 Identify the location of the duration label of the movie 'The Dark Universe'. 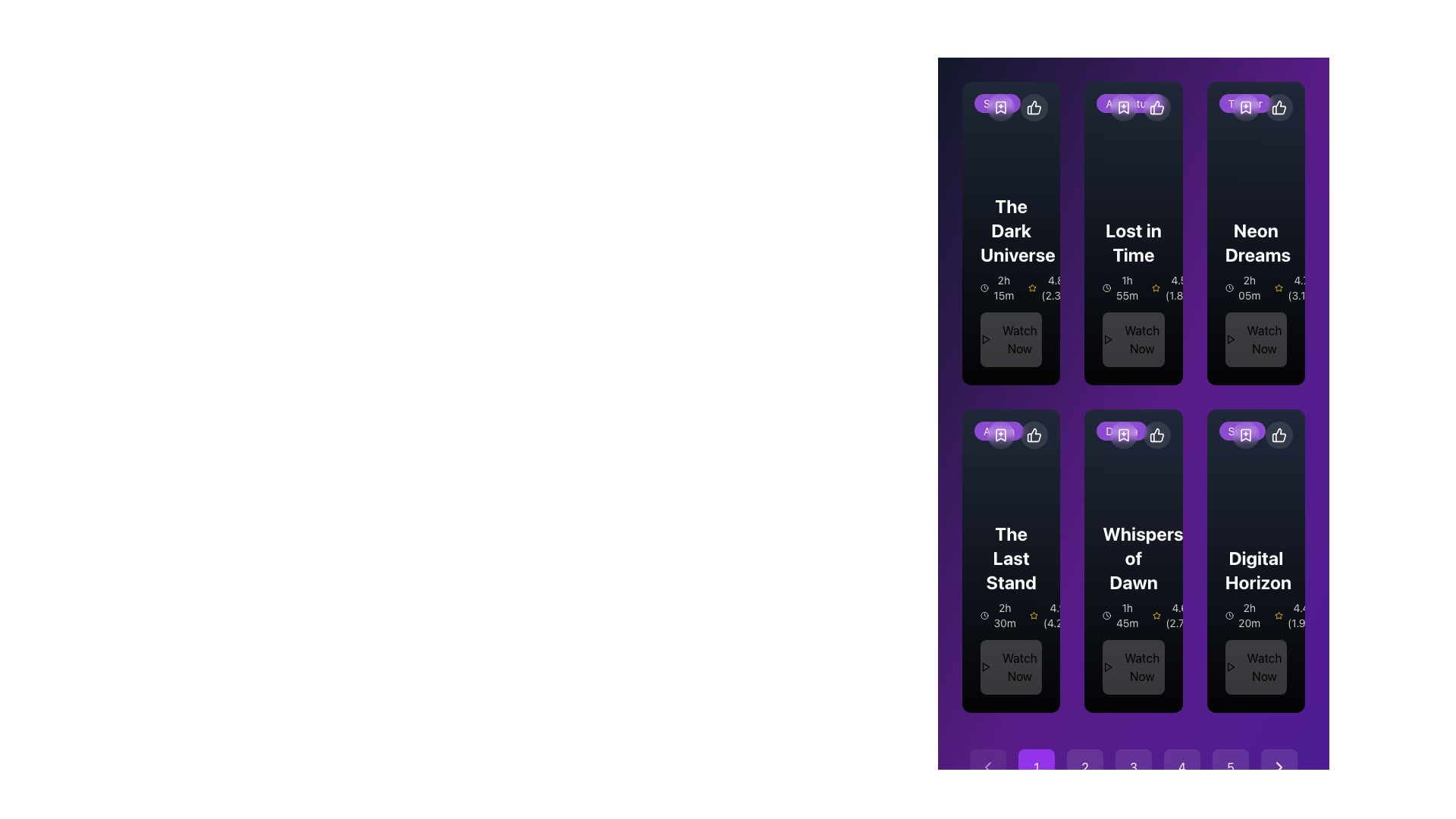
(998, 288).